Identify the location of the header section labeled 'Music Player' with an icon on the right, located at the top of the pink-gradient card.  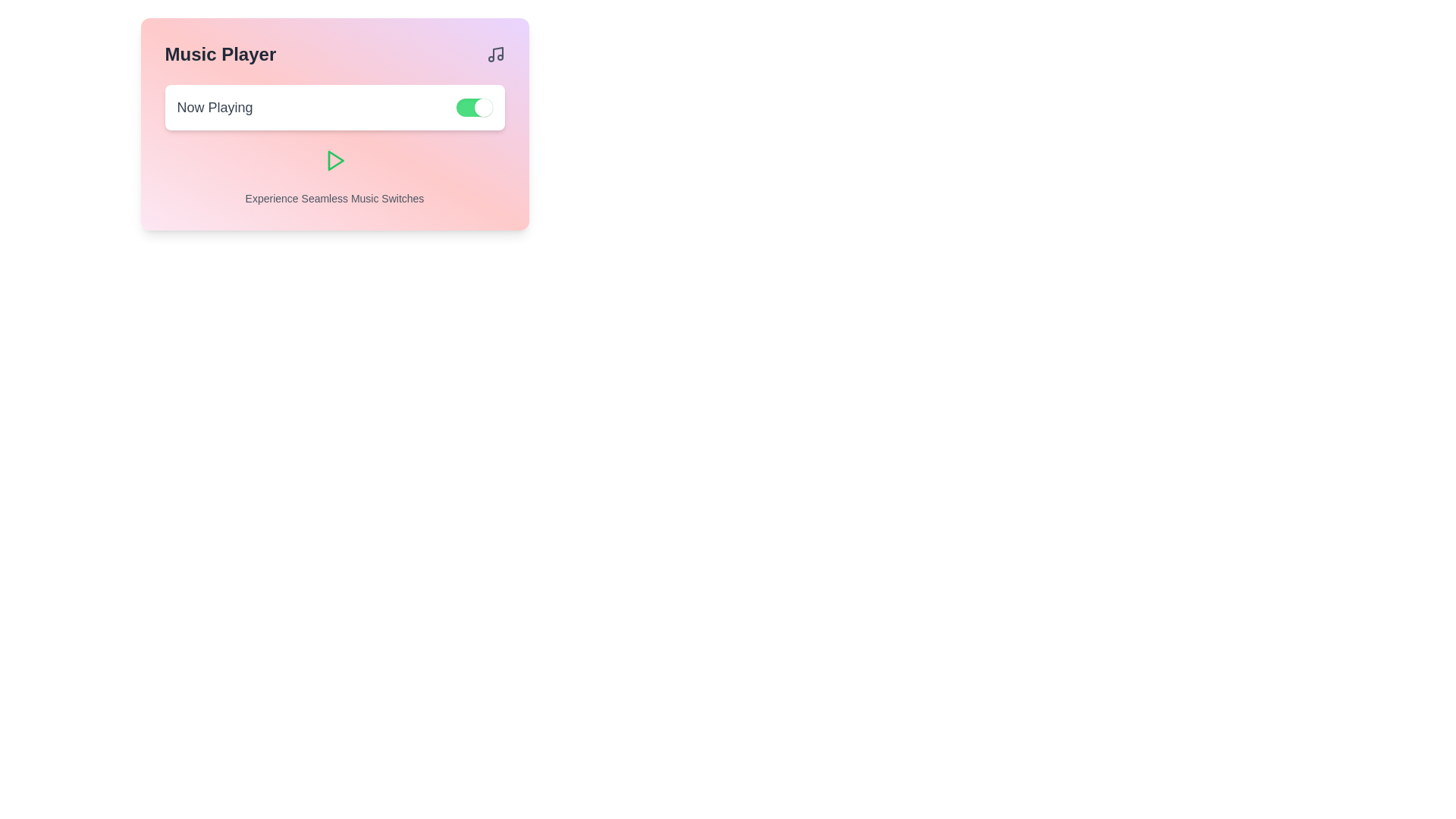
(334, 54).